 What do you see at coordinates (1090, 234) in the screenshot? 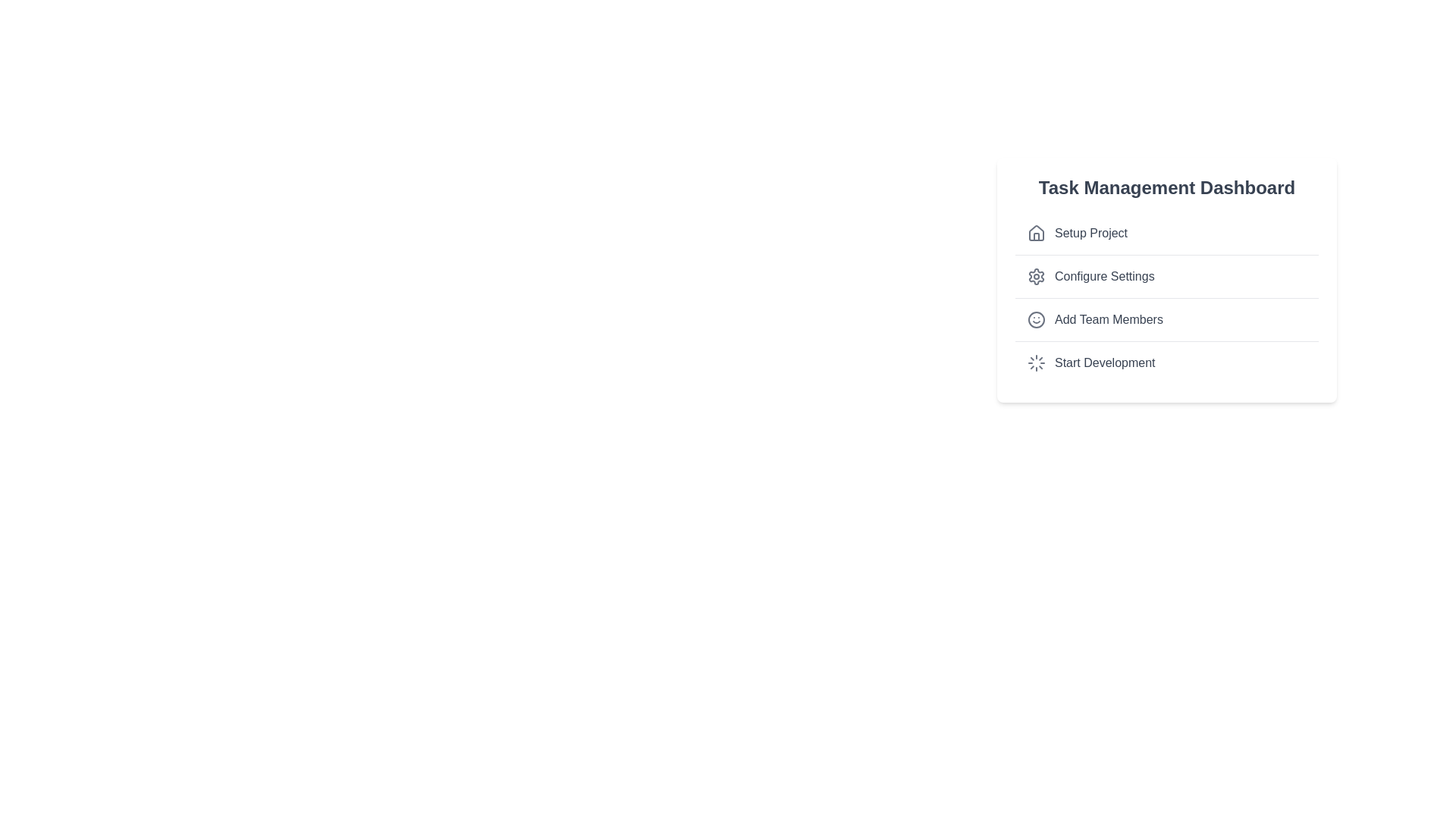
I see `the 'Setup Project' text label in the vertical menu` at bounding box center [1090, 234].